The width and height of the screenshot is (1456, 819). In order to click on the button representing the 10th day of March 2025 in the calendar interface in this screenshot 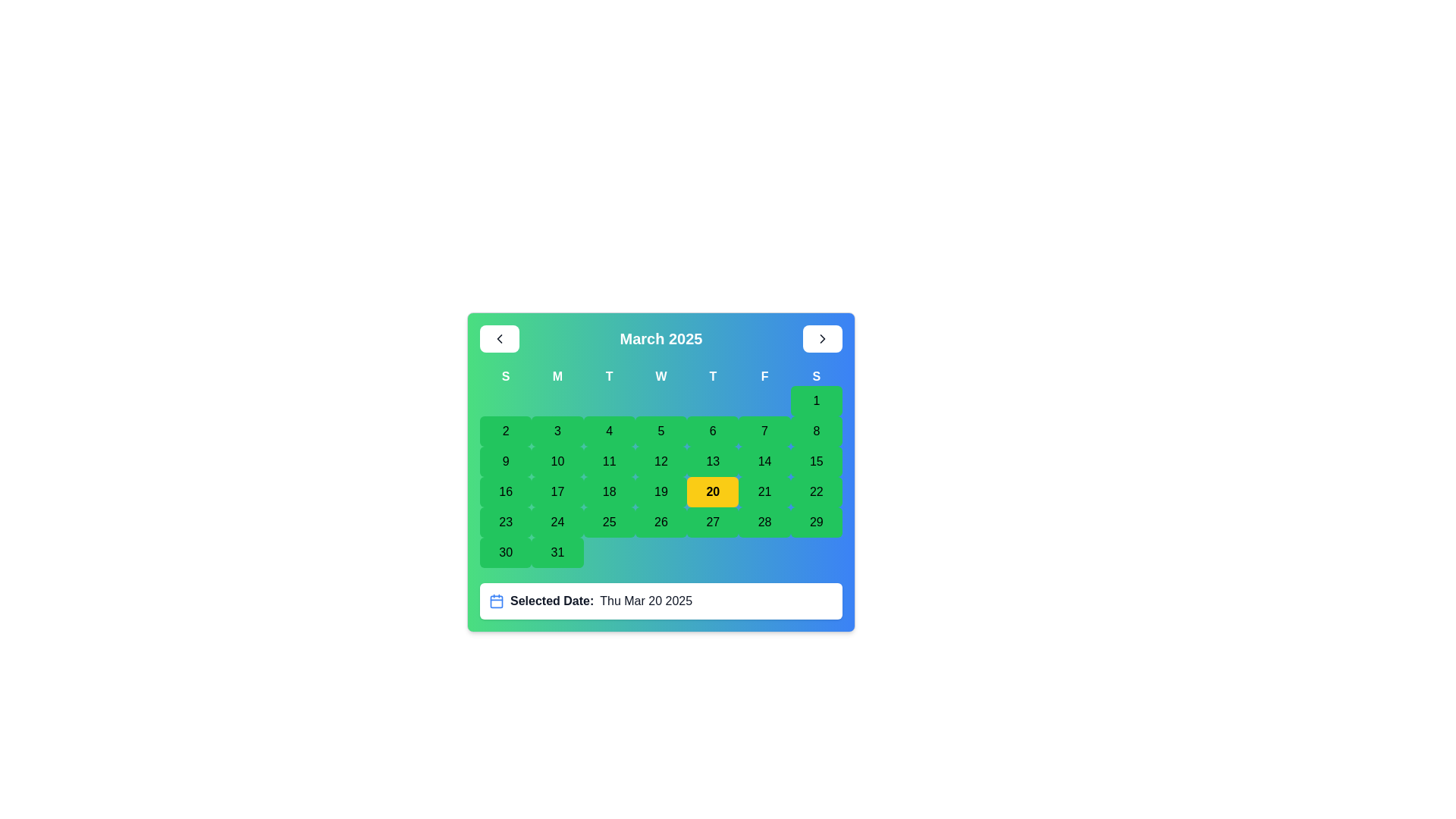, I will do `click(557, 461)`.